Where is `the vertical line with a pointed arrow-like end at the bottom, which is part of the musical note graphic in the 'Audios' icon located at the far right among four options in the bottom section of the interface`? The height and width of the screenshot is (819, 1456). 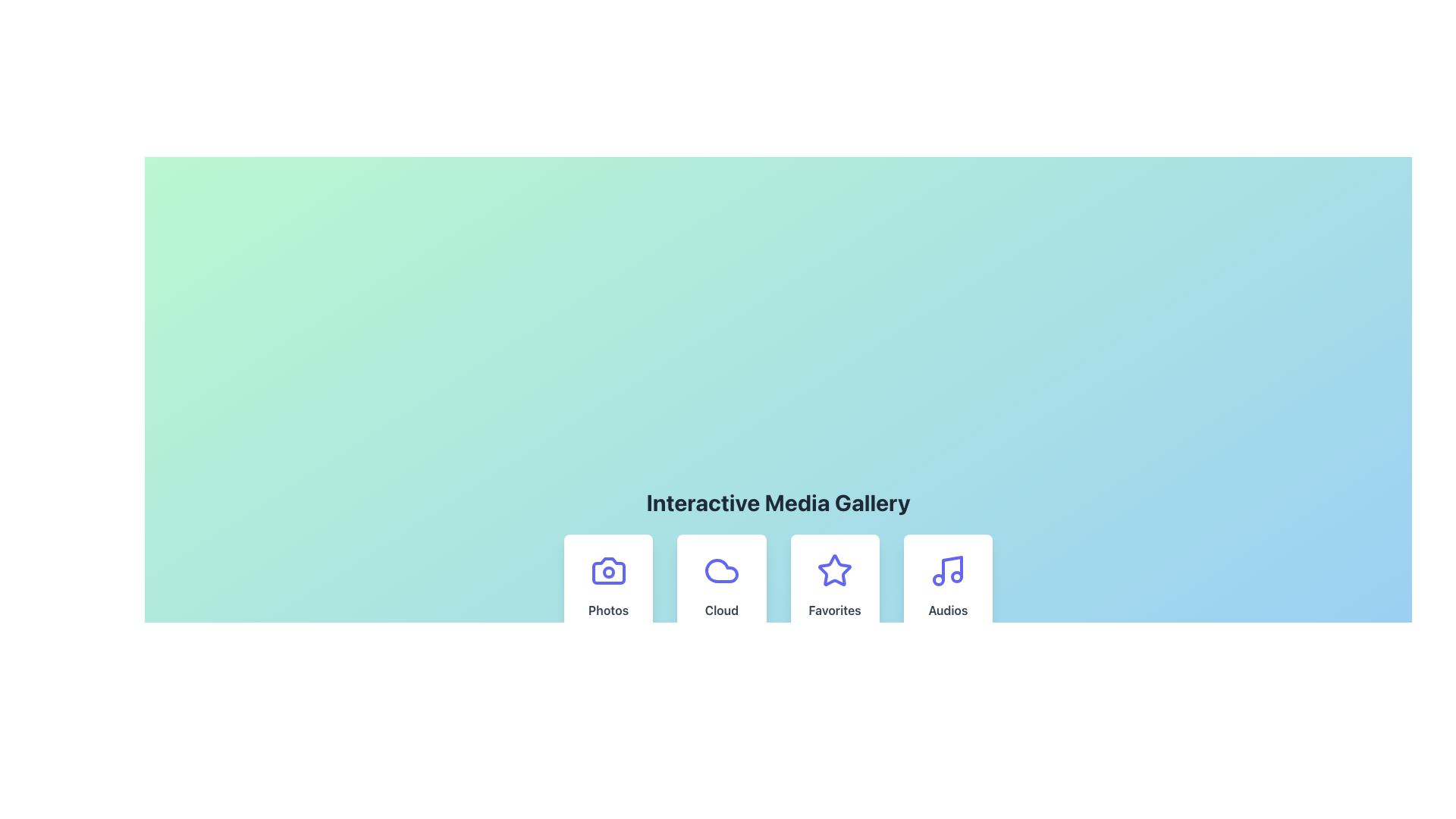
the vertical line with a pointed arrow-like end at the bottom, which is part of the musical note graphic in the 'Audios' icon located at the far right among four options in the bottom section of the interface is located at coordinates (952, 568).